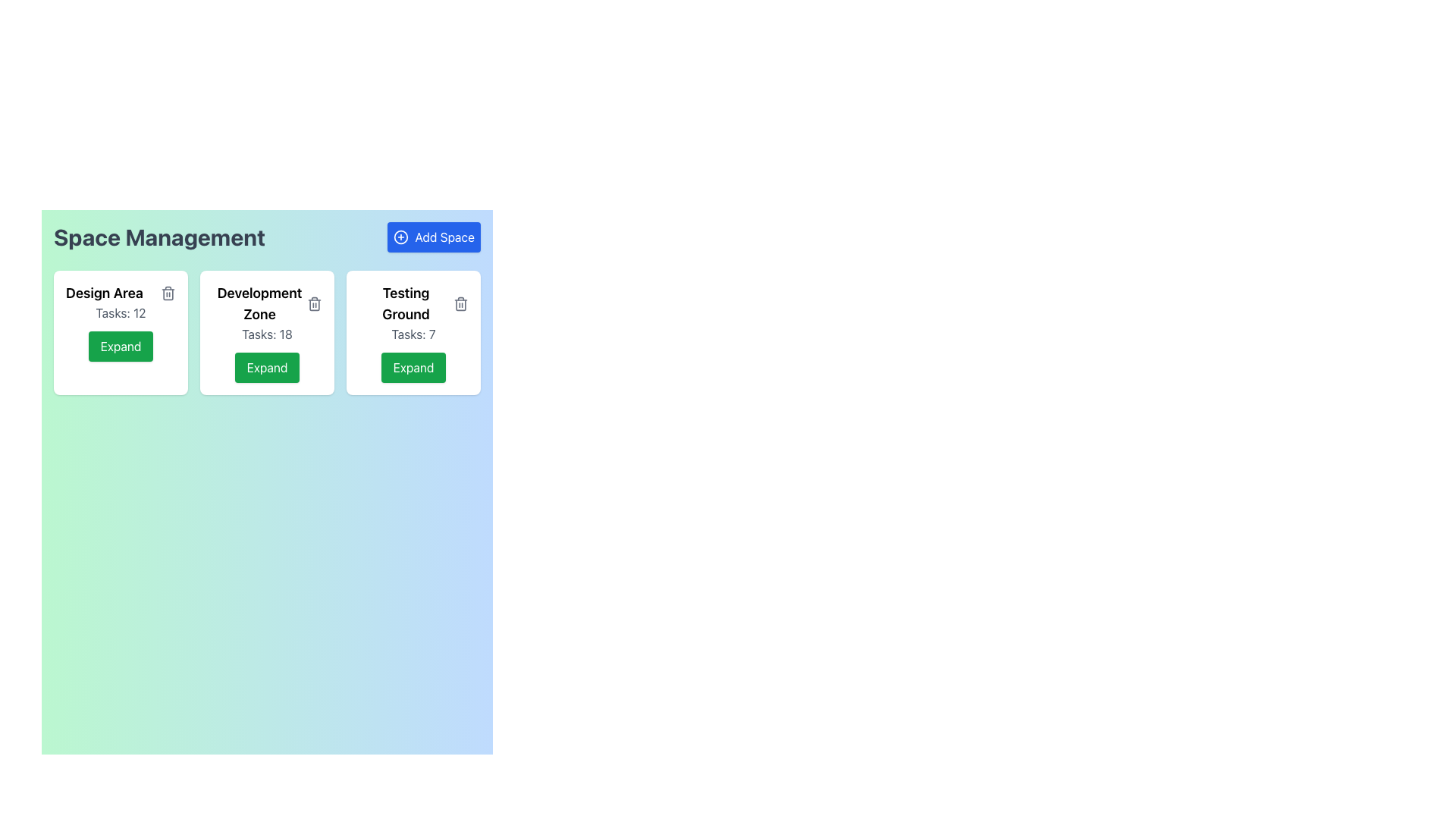 The width and height of the screenshot is (1456, 819). What do you see at coordinates (401, 237) in the screenshot?
I see `the outermost SVG Circle that represents the 'Add Space' button, located at the far-right side of the page` at bounding box center [401, 237].